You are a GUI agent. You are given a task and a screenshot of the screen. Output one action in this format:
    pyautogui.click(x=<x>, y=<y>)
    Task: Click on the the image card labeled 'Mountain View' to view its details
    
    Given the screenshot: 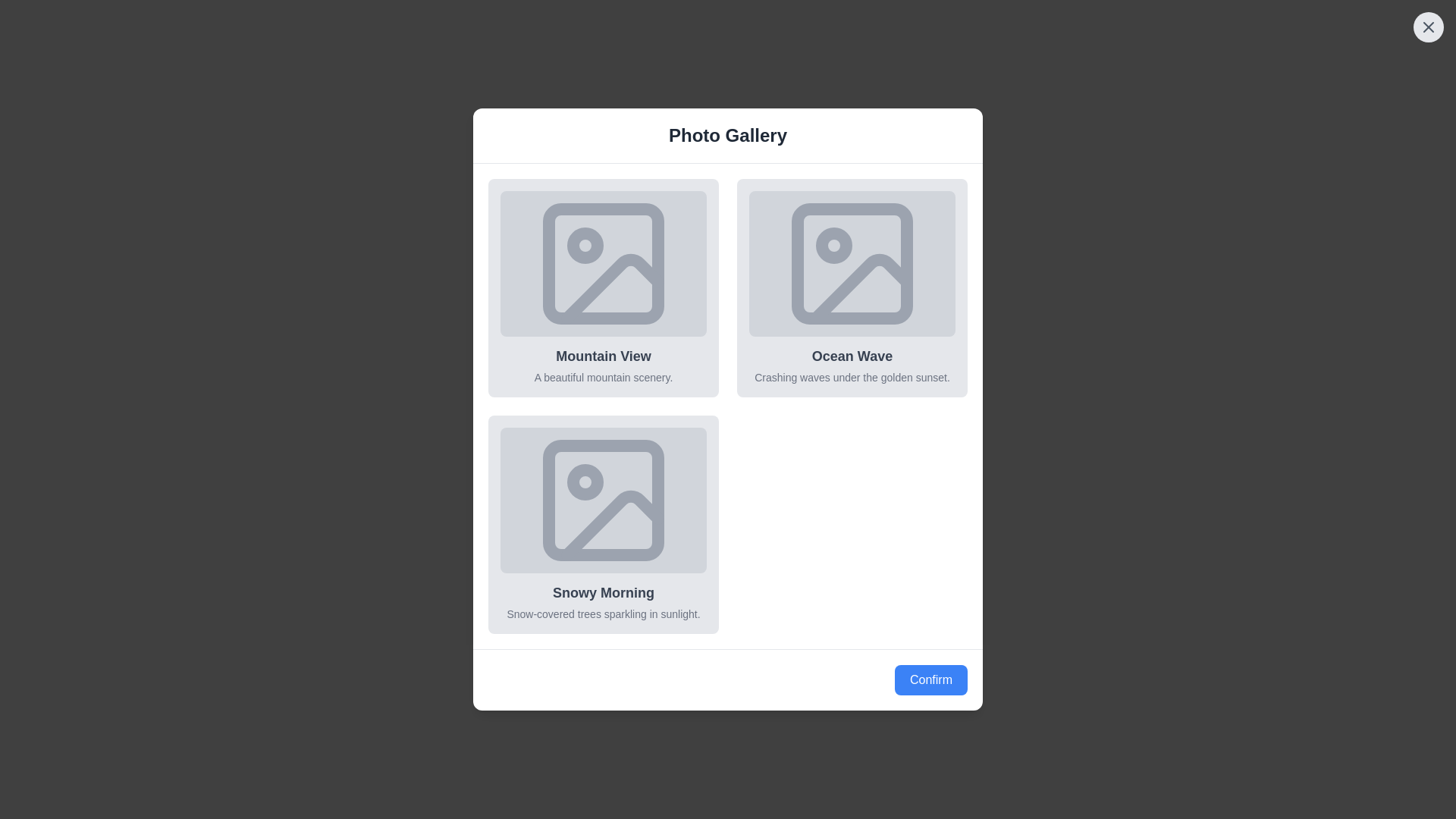 What is the action you would take?
    pyautogui.click(x=603, y=288)
    